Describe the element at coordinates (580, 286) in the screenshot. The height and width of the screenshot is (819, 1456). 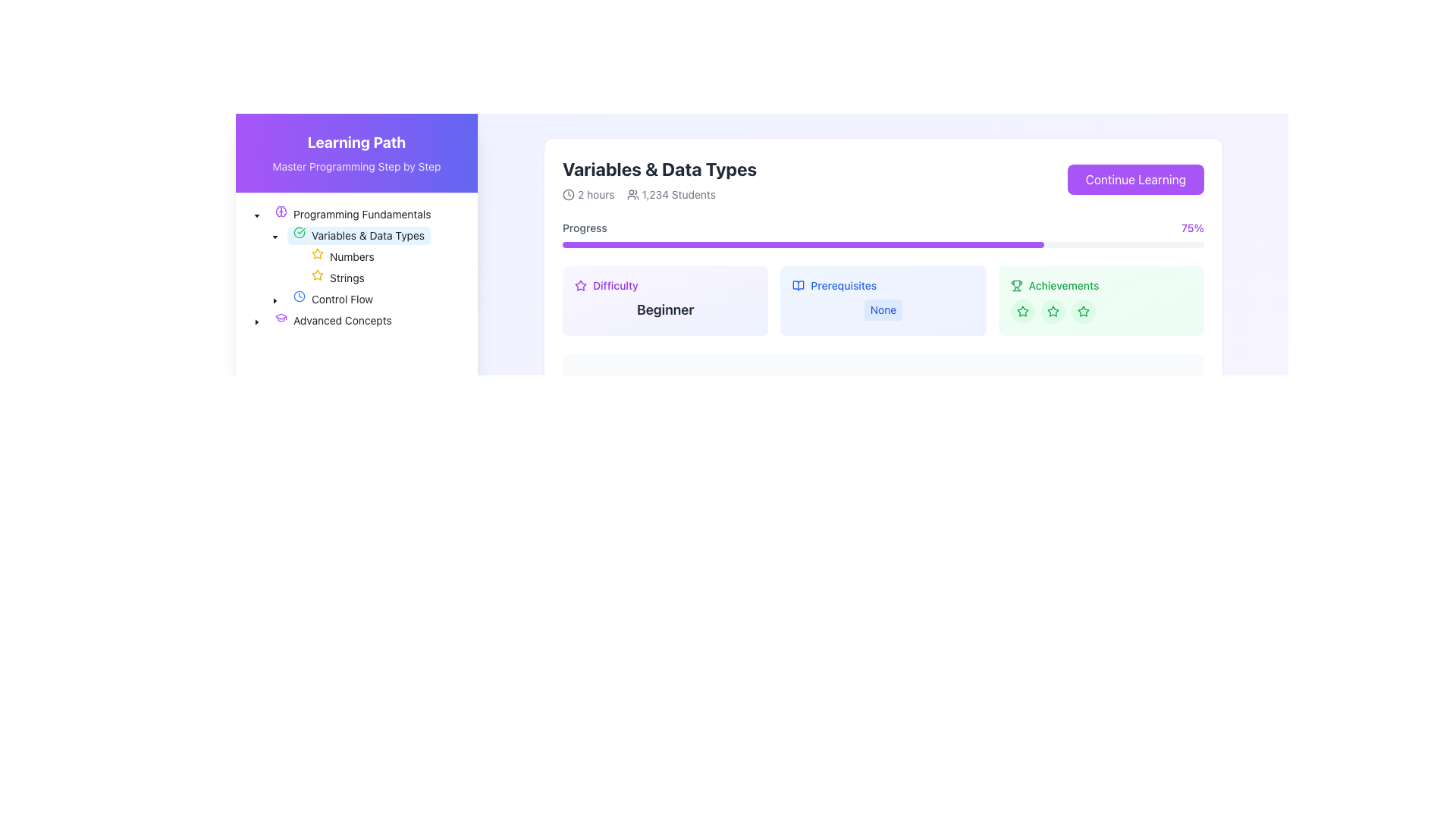
I see `the rating icon located in the 'Difficulty' section, positioned to the left of the text 'Difficulty'` at that location.